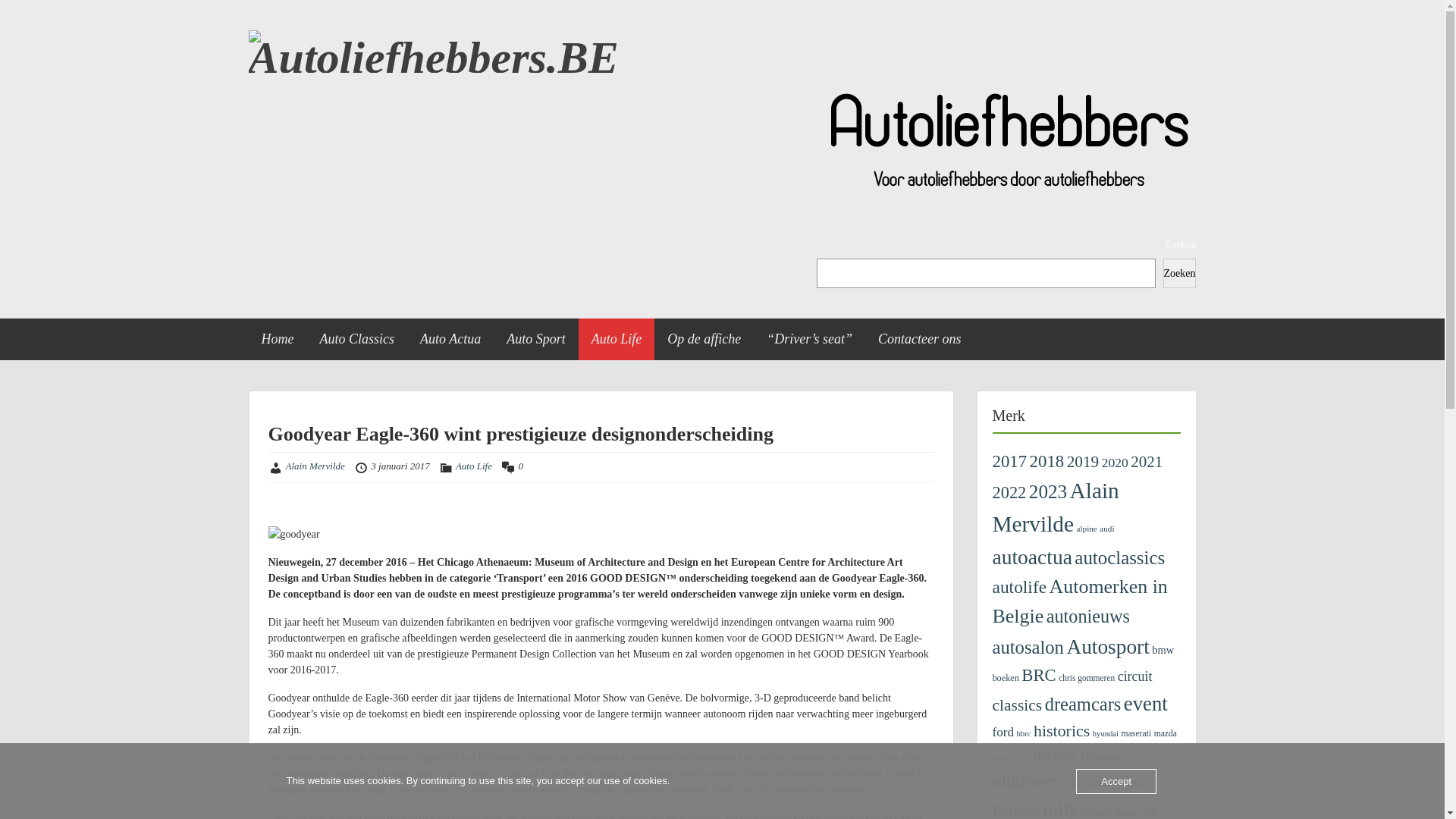 This screenshot has width=1456, height=819. I want to click on 'hyundai', so click(1106, 733).